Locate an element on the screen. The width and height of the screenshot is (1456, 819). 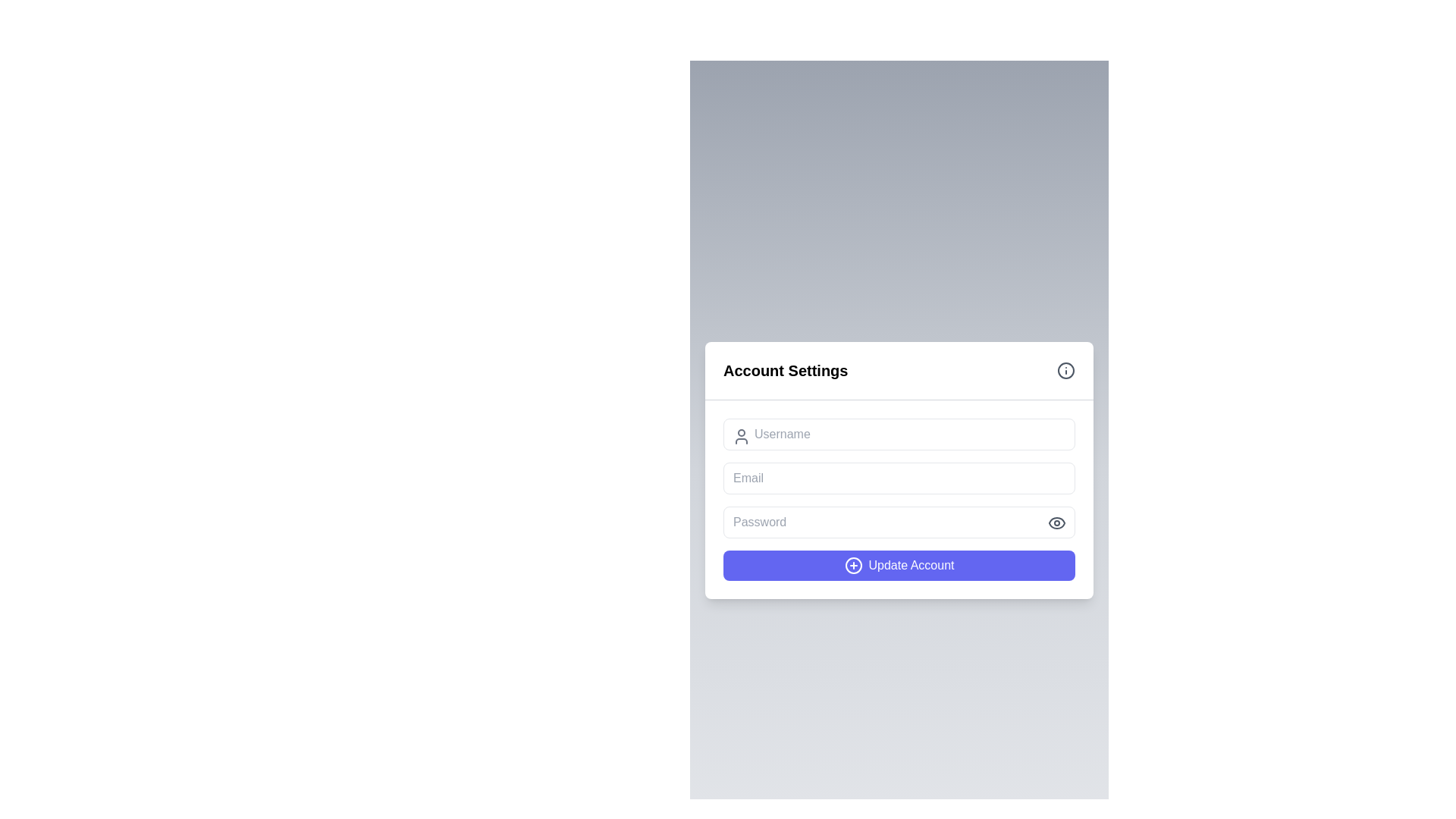
the circular SVG element located at the center of the icon in the top-right corner of the account settings dialog is located at coordinates (1065, 370).